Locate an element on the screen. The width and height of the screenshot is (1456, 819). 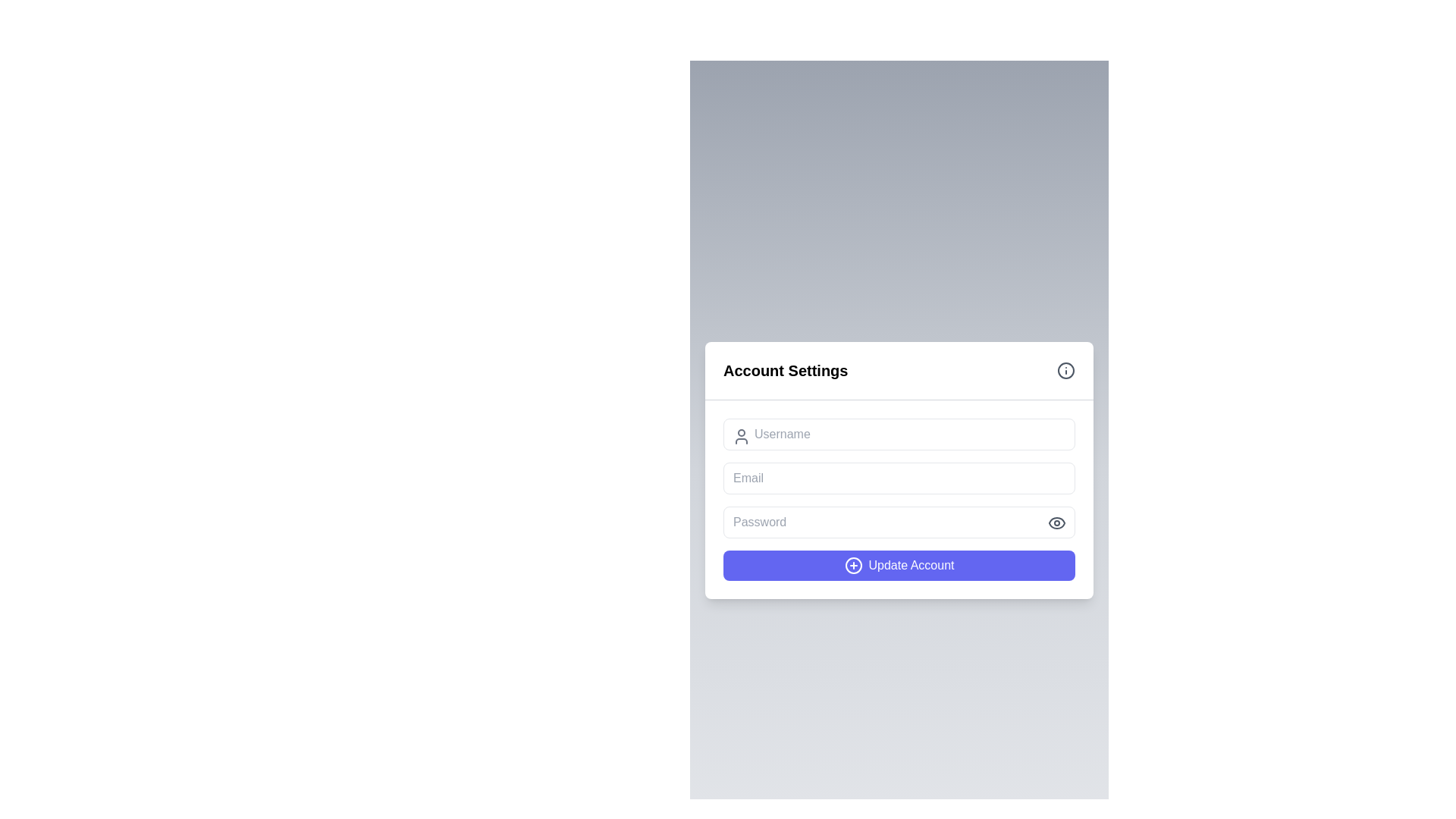
the circular SVG element located at the center of the icon in the top-right corner of the account settings dialog is located at coordinates (1065, 370).